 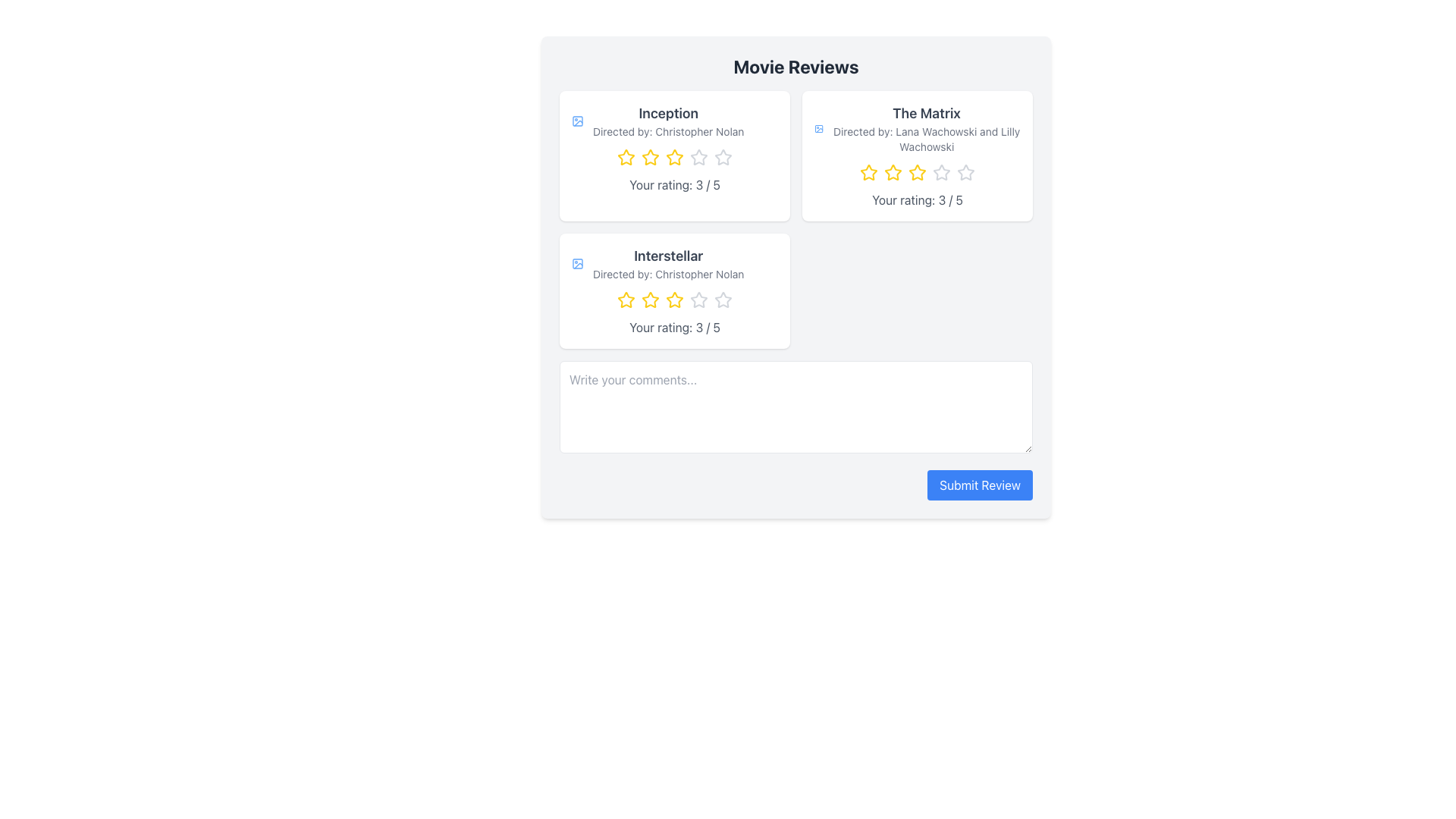 I want to click on the third star icon in the 'Interstellar' card under the 'Movie Reviews' section, so click(x=673, y=300).